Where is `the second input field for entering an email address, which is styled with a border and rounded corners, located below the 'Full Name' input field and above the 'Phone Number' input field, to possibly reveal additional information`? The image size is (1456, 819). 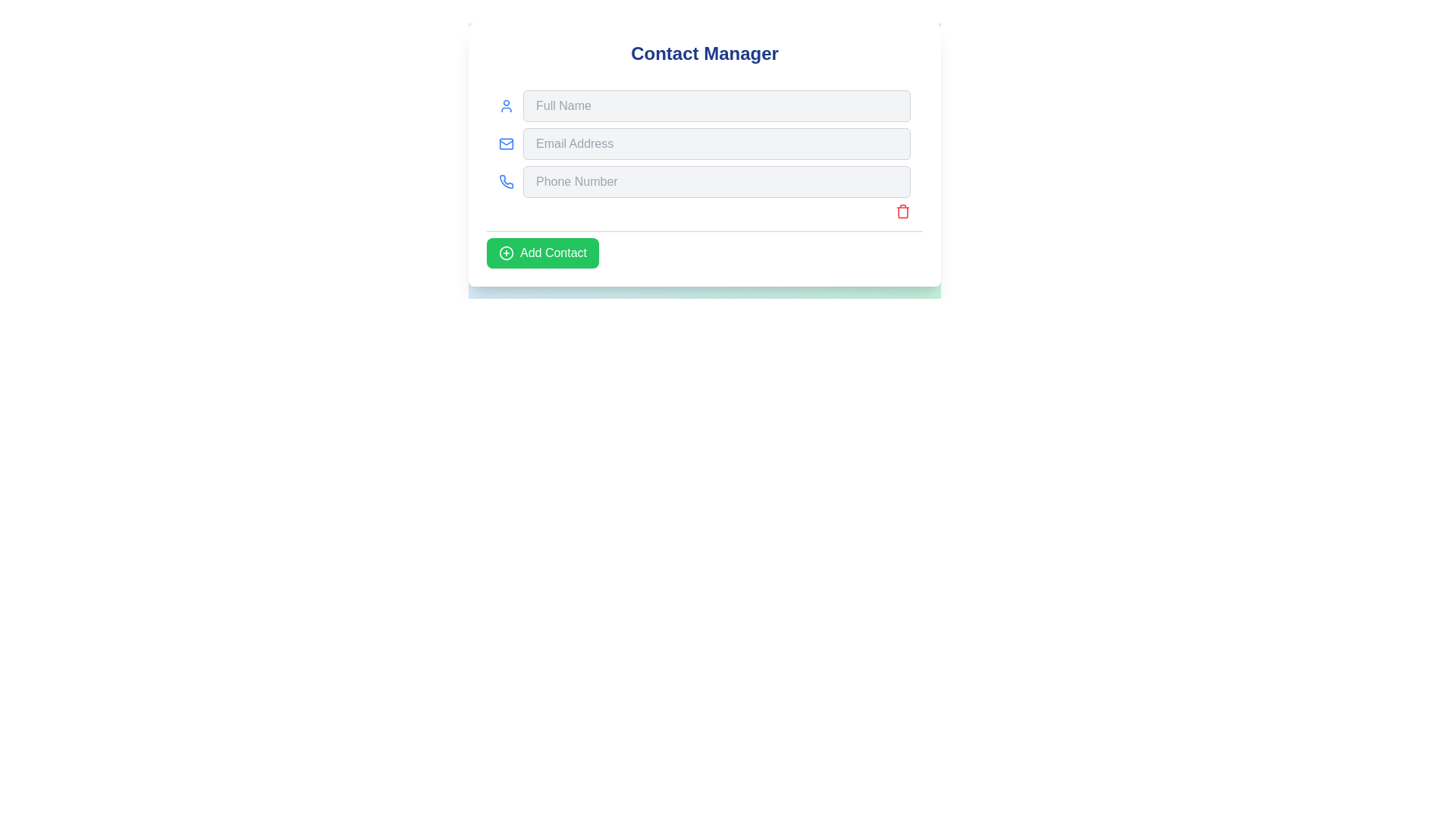
the second input field for entering an email address, which is styled with a border and rounded corners, located below the 'Full Name' input field and above the 'Phone Number' input field, to possibly reveal additional information is located at coordinates (704, 143).